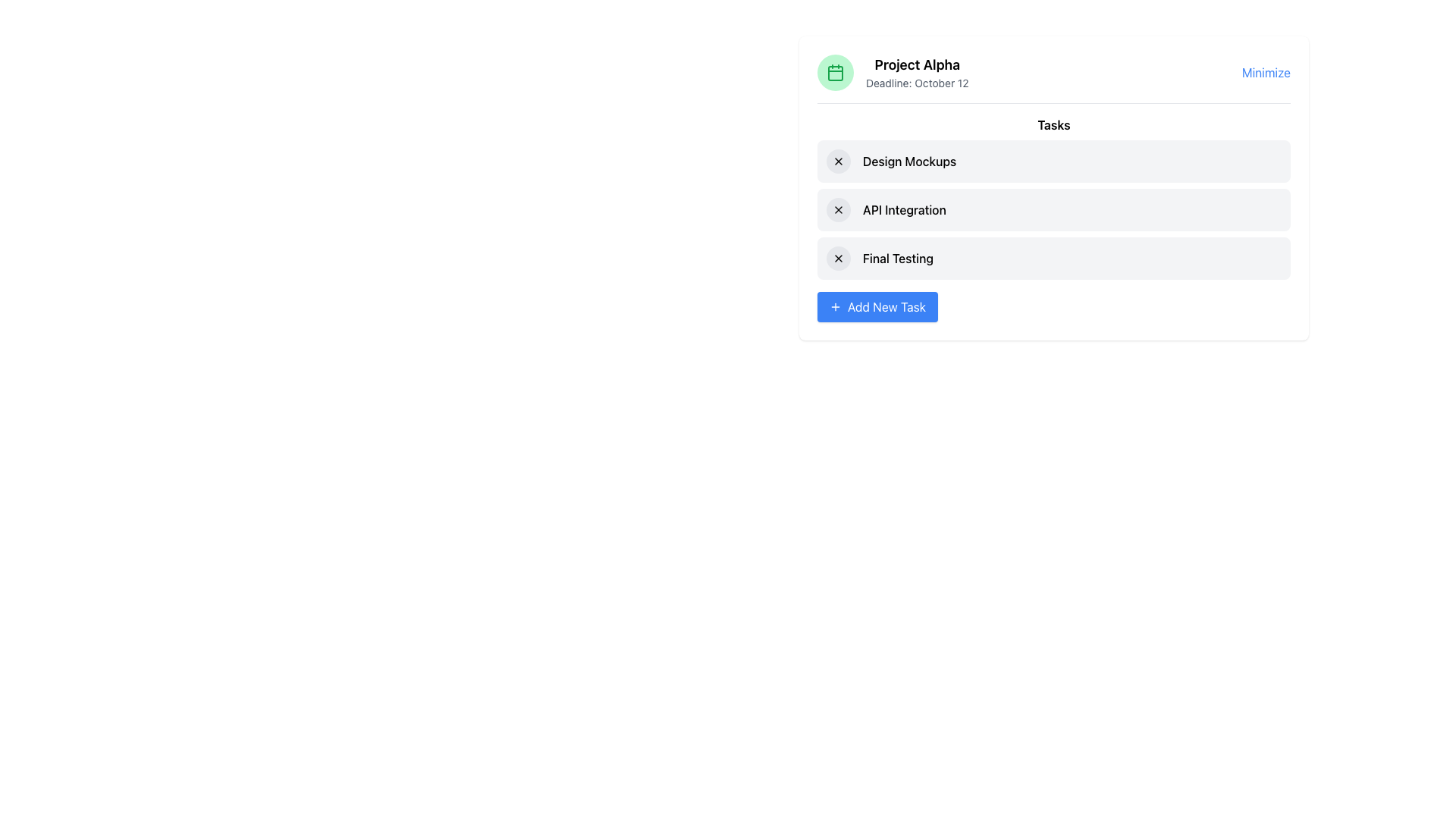 The height and width of the screenshot is (819, 1456). I want to click on the background rectangle of the calendar icon associated with 'Project Alpha' located at the top-left corner of the project information card, so click(835, 73).